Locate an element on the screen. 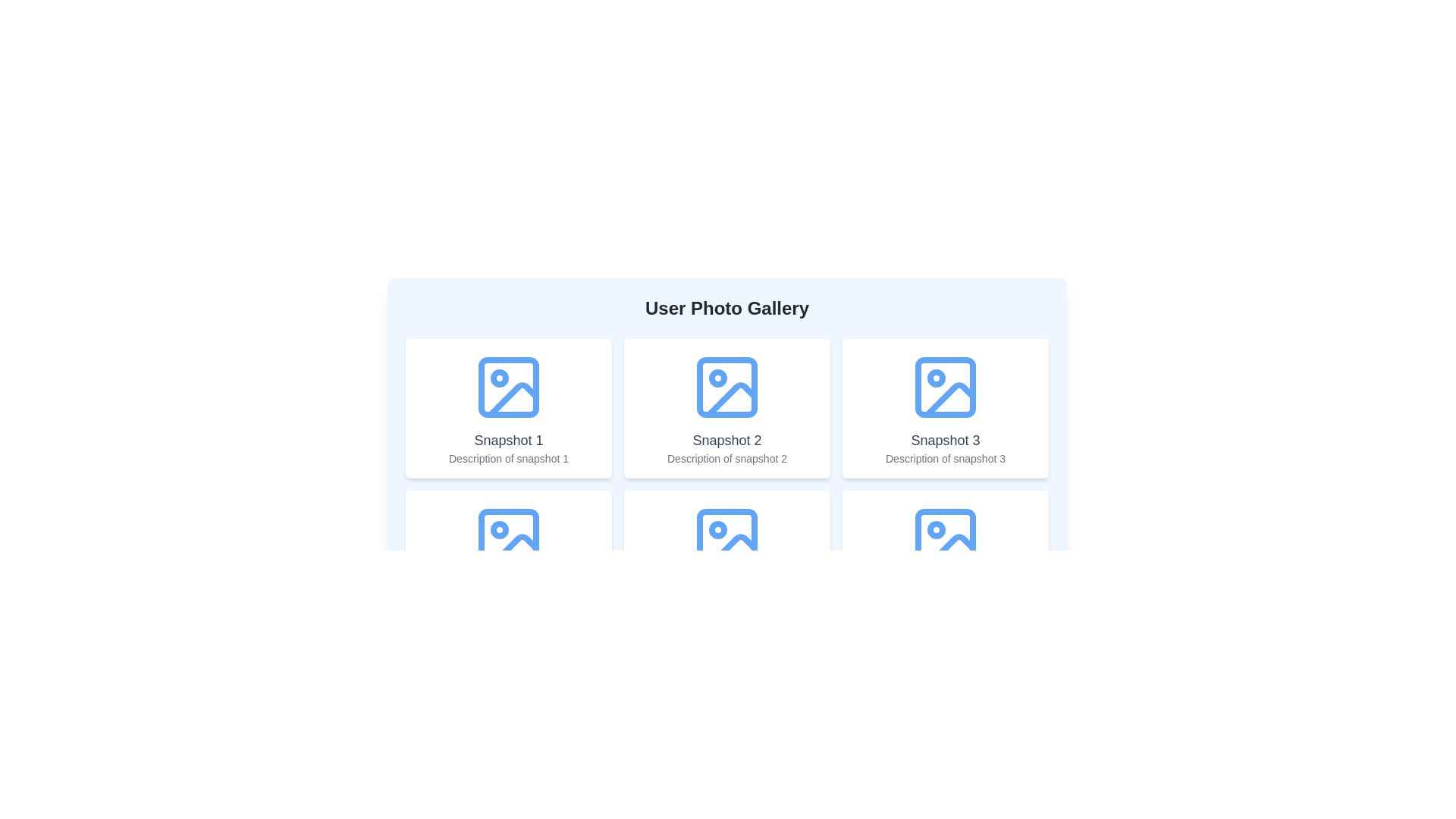 This screenshot has height=819, width=1456. the tiny circular shape mimicking a lens in the photo icon with a blue outline, located near the top-left quadrant within the 'Snapshot 2' gallery image is located at coordinates (717, 529).